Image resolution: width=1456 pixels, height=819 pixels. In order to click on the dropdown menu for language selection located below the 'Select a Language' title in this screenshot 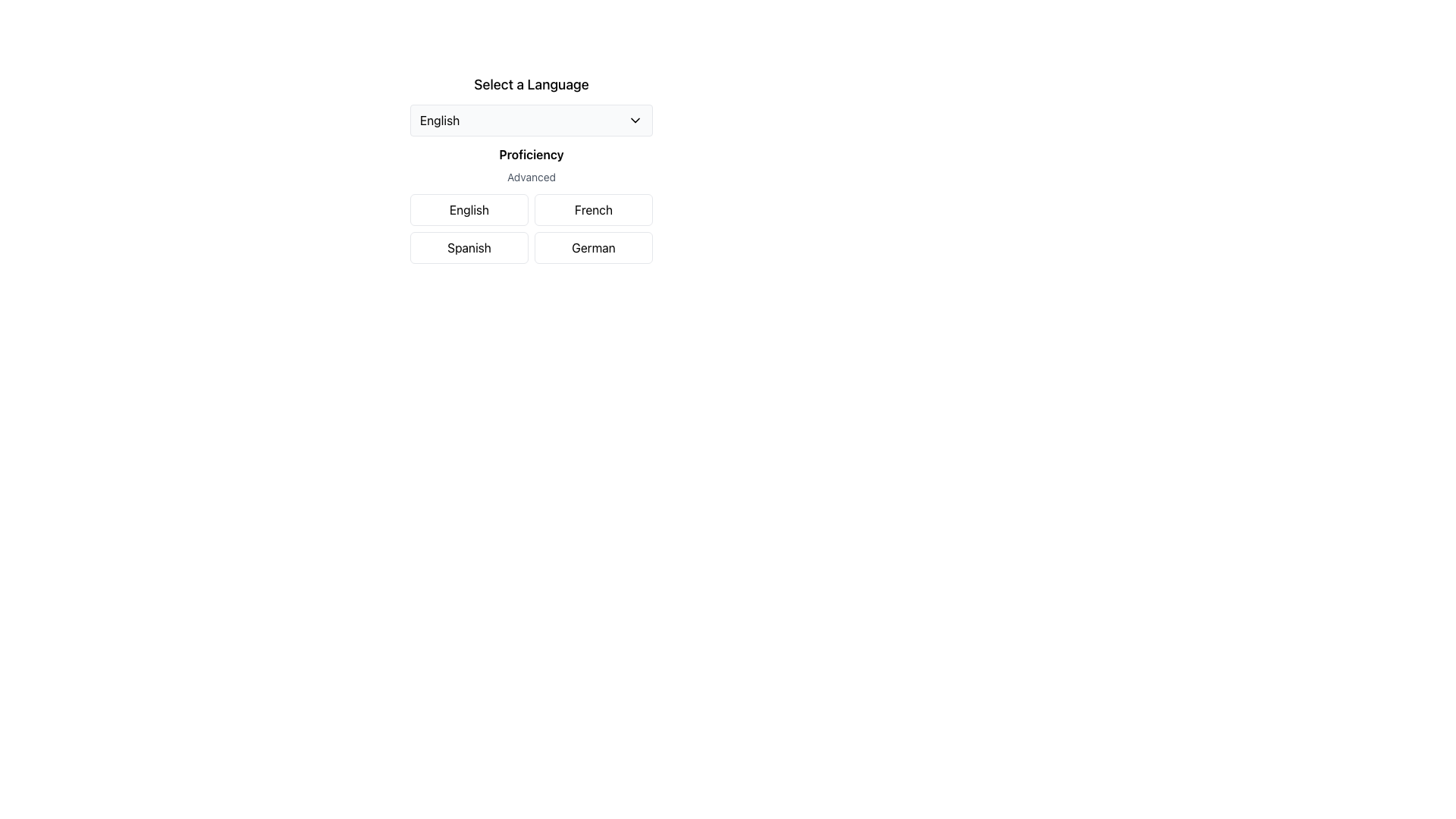, I will do `click(531, 119)`.